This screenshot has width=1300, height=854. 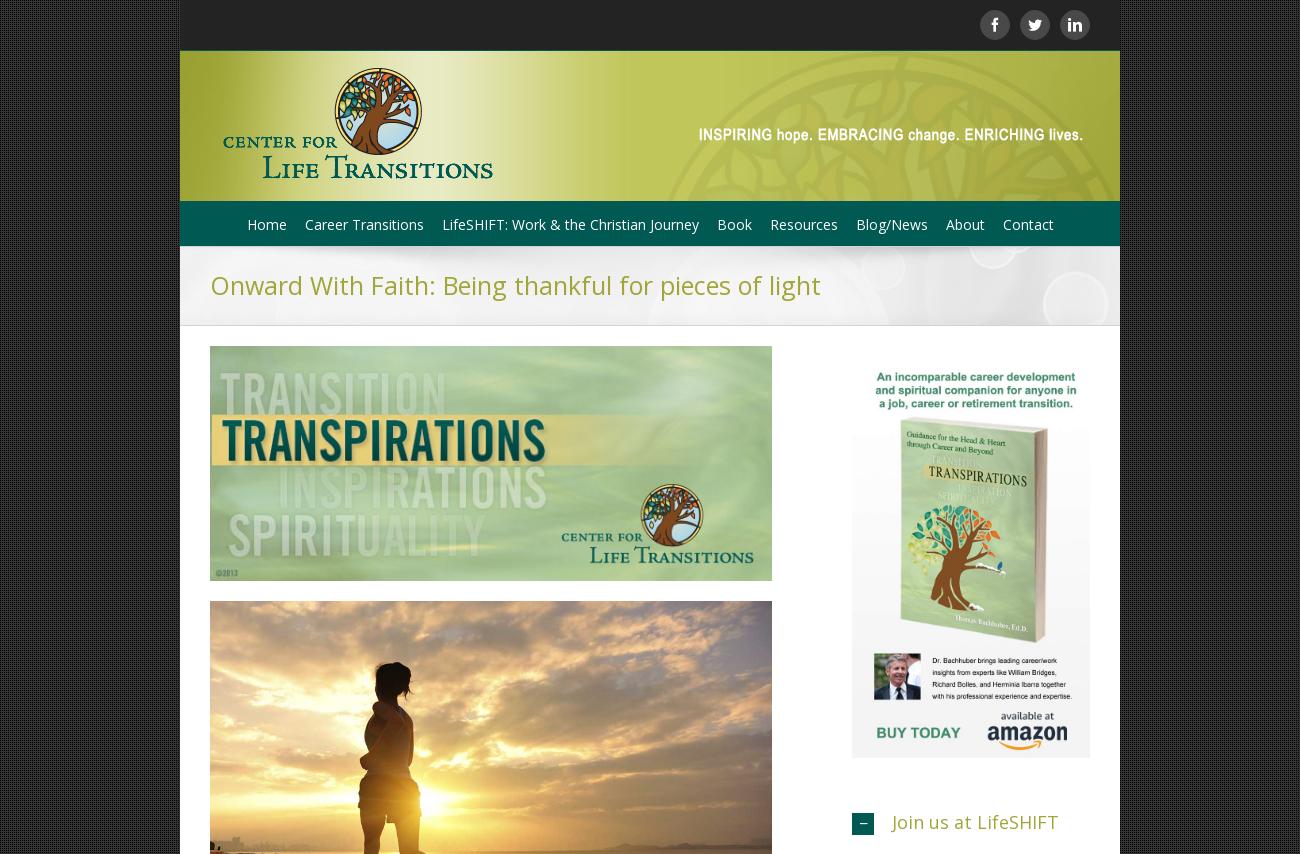 What do you see at coordinates (405, 326) in the screenshot?
I see `'Job Search Courage Online Workshop'` at bounding box center [405, 326].